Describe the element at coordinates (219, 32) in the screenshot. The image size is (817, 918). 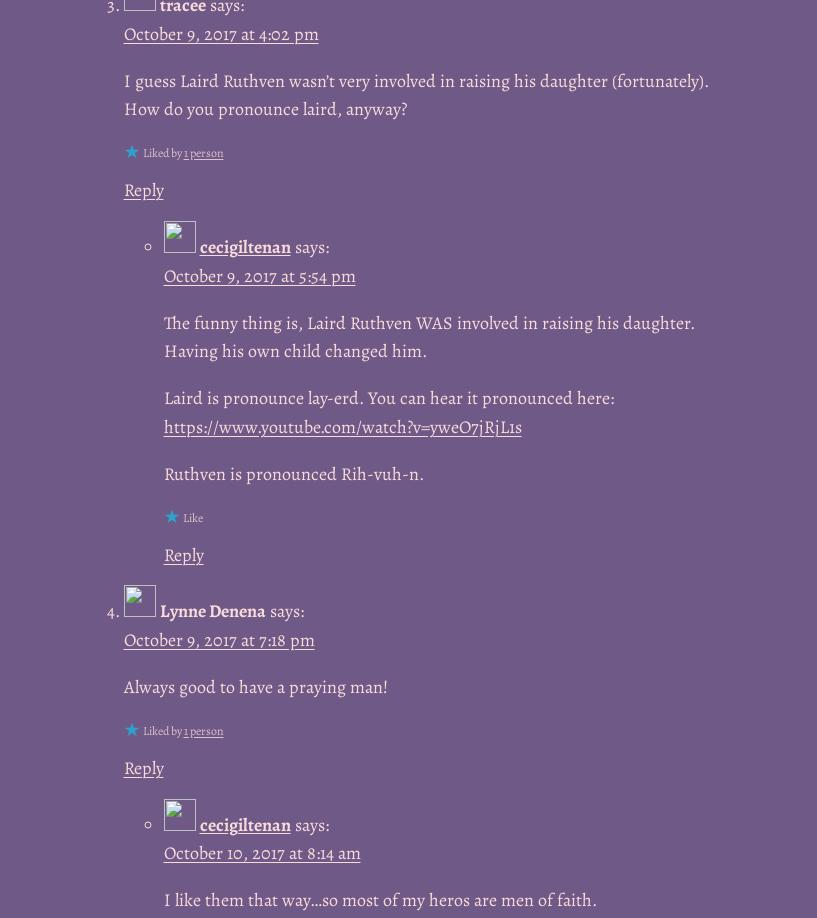
I see `'October 9, 2017 at 4:02 pm'` at that location.